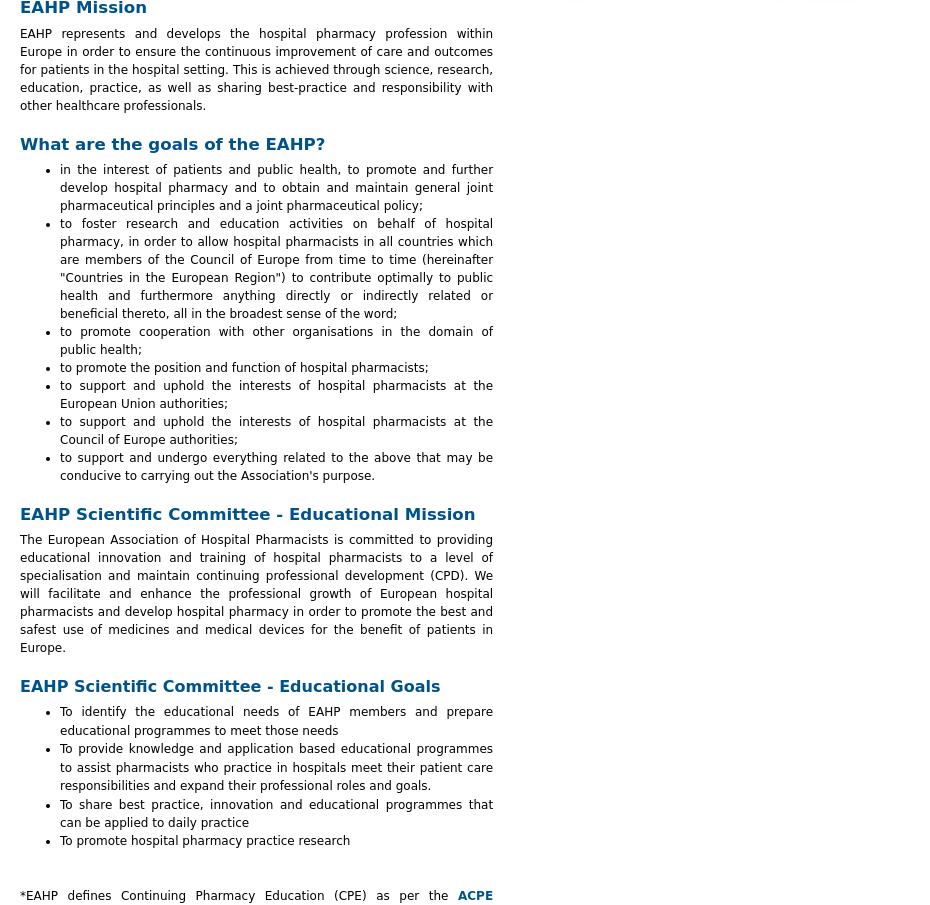 The image size is (930, 905). What do you see at coordinates (18, 512) in the screenshot?
I see `'EAHP Scientific Committee - Educational Mission'` at bounding box center [18, 512].